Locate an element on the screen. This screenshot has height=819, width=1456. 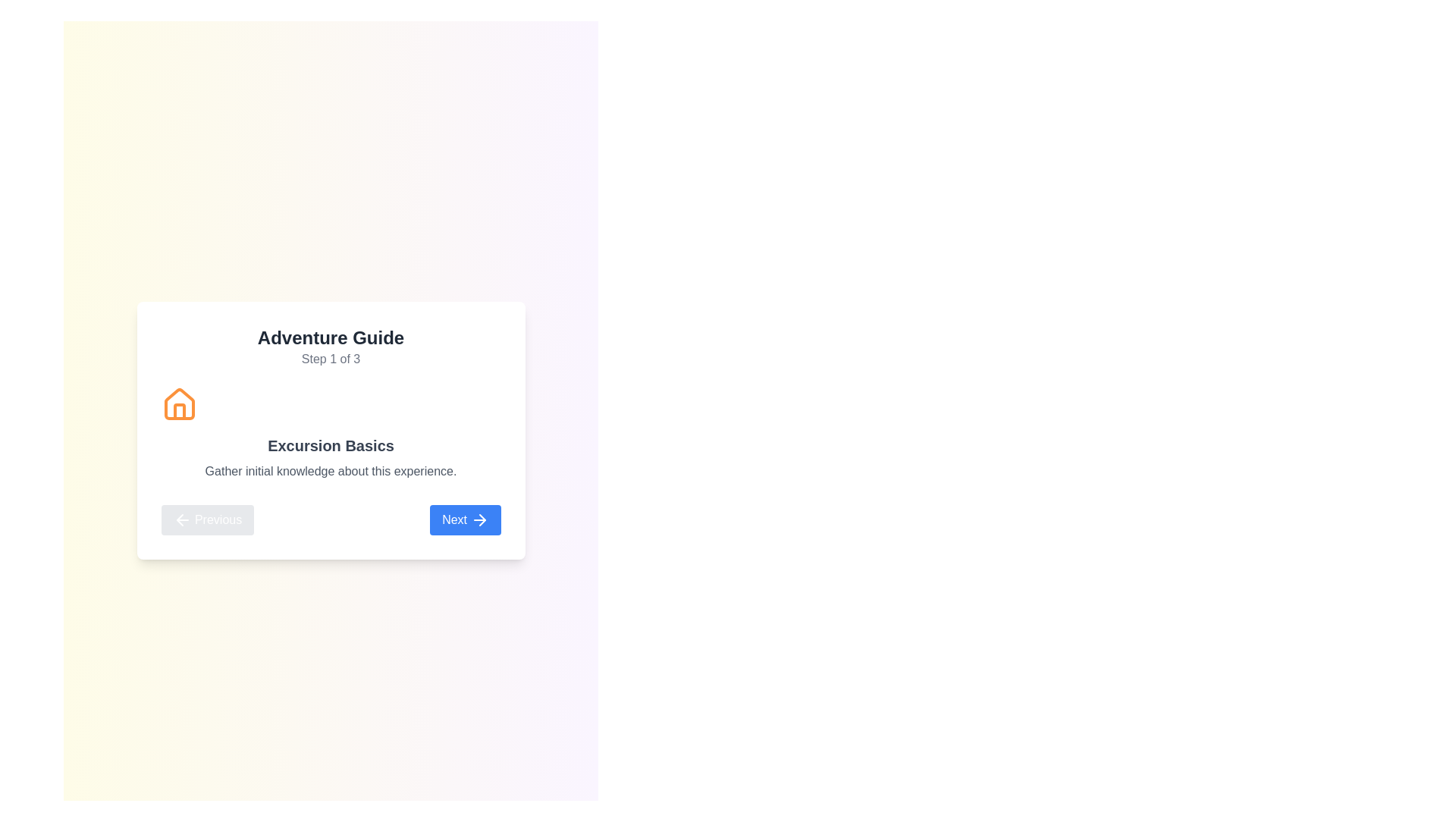
the right arrow icon on the 'Next' button, which has a blue background and white text, located in the bottom right corner of the card interface is located at coordinates (479, 519).